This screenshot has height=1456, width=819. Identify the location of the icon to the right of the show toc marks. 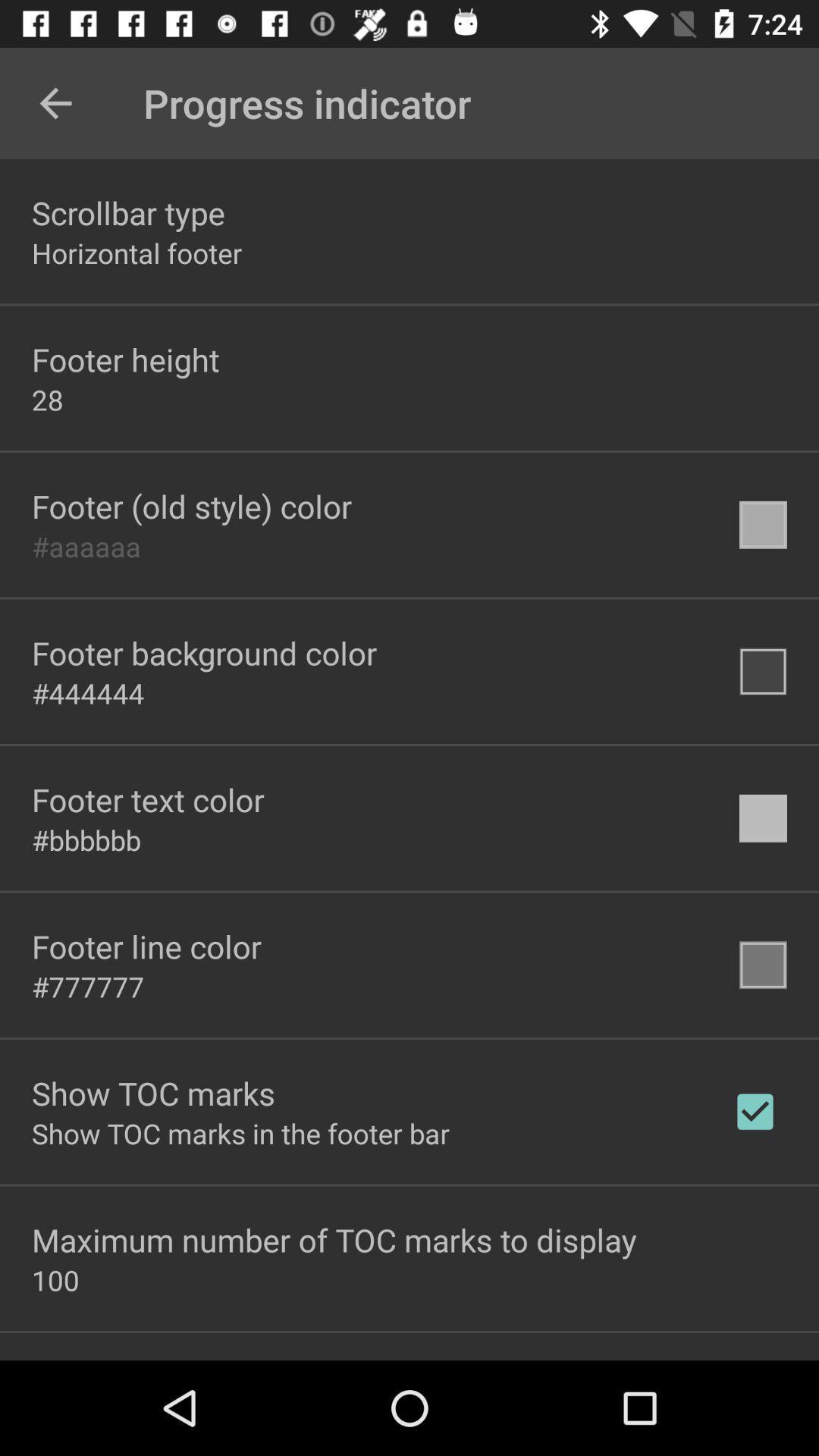
(755, 1112).